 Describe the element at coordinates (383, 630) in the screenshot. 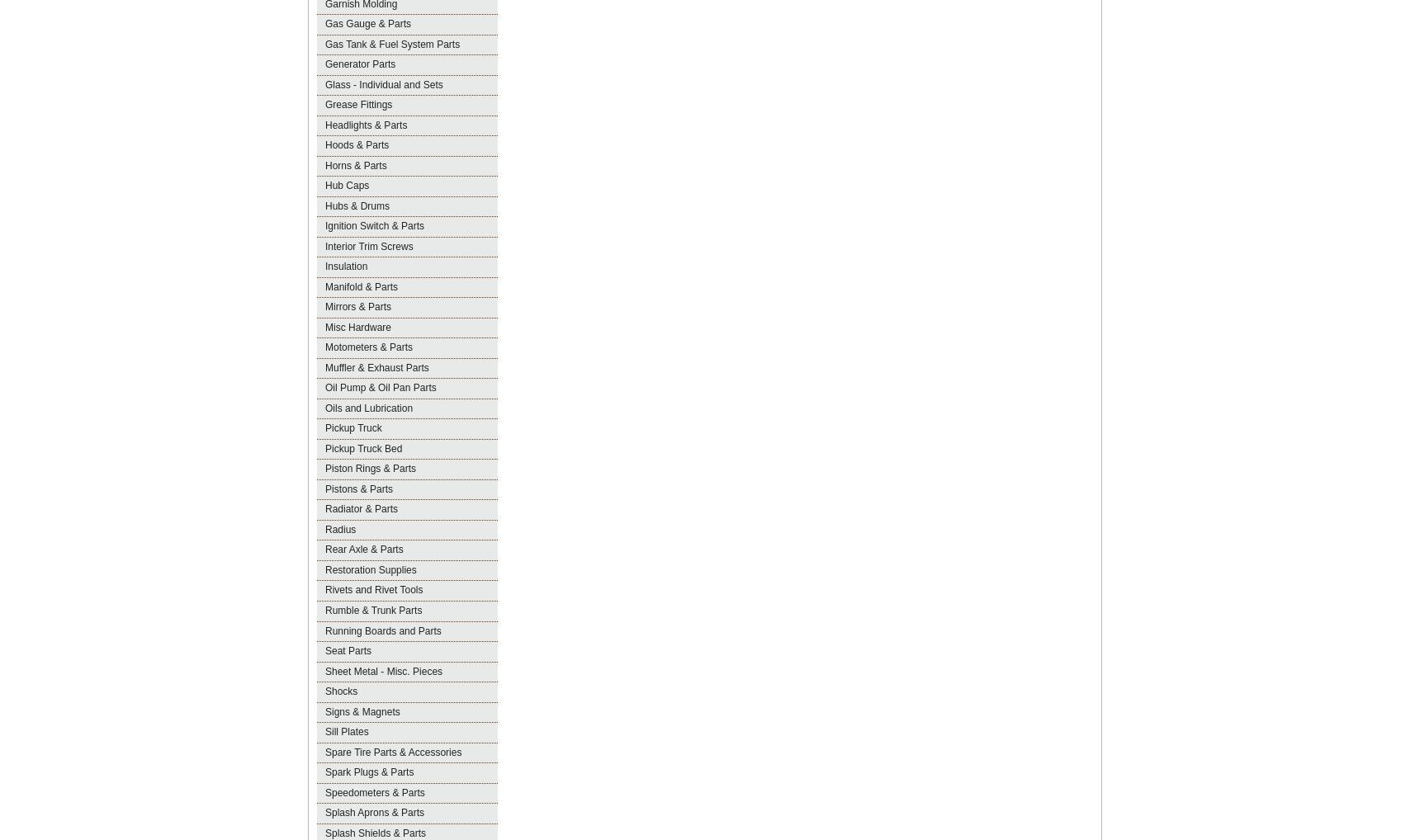

I see `'Running Boards and Parts'` at that location.